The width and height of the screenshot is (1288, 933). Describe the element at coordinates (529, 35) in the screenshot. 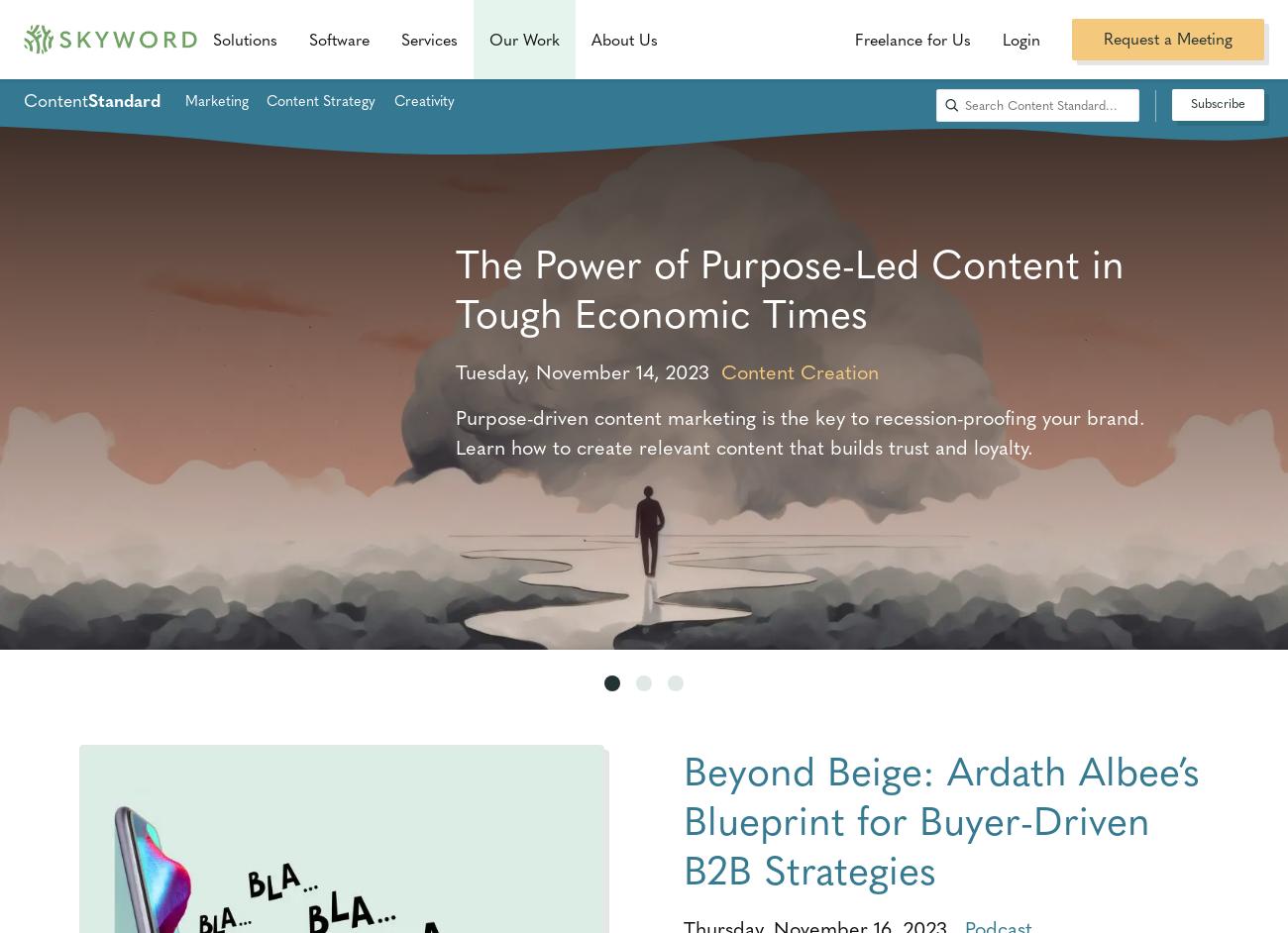

I see `'Resources'` at that location.